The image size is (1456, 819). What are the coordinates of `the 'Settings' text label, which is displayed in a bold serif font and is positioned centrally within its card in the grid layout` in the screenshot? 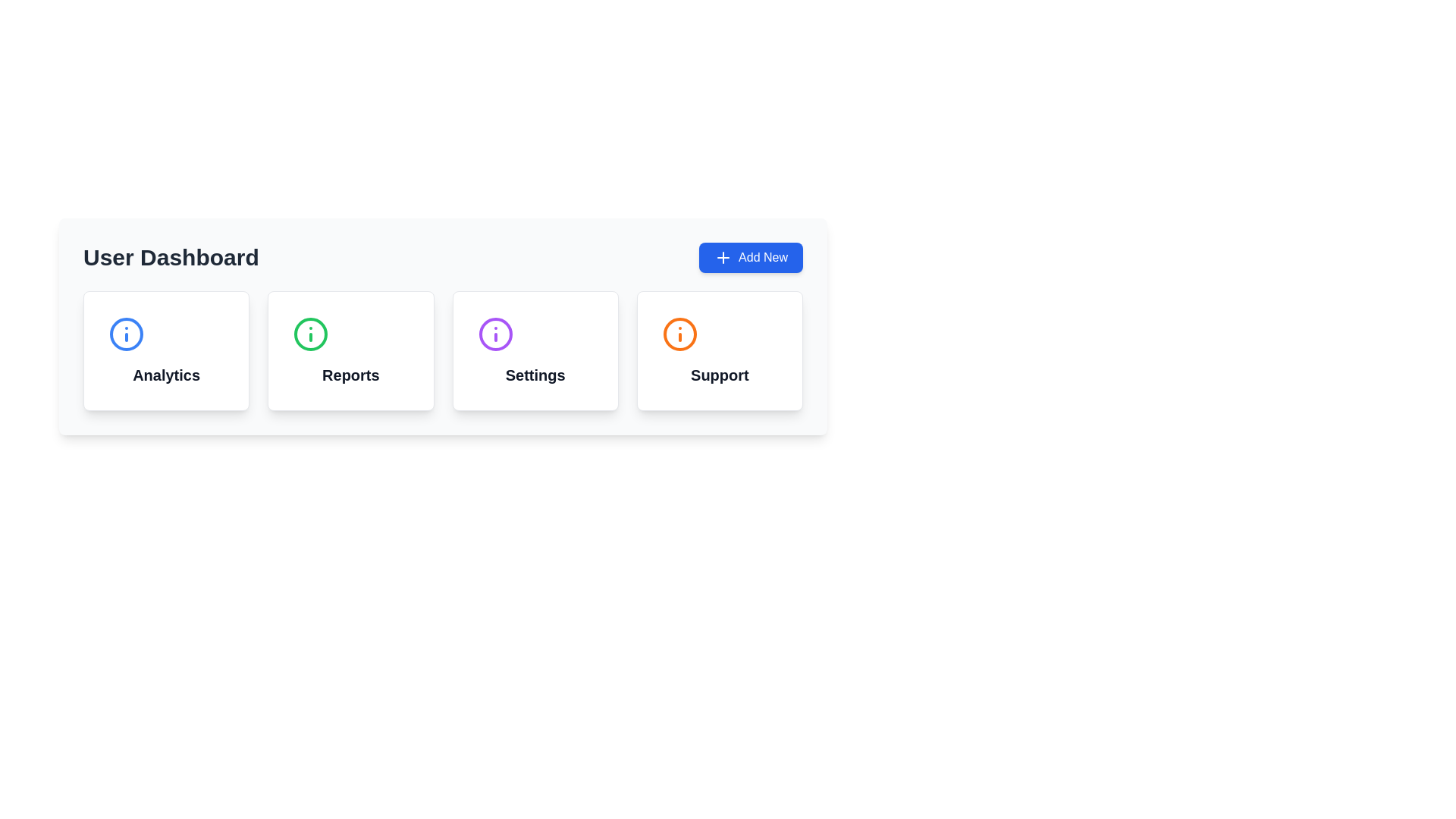 It's located at (535, 375).